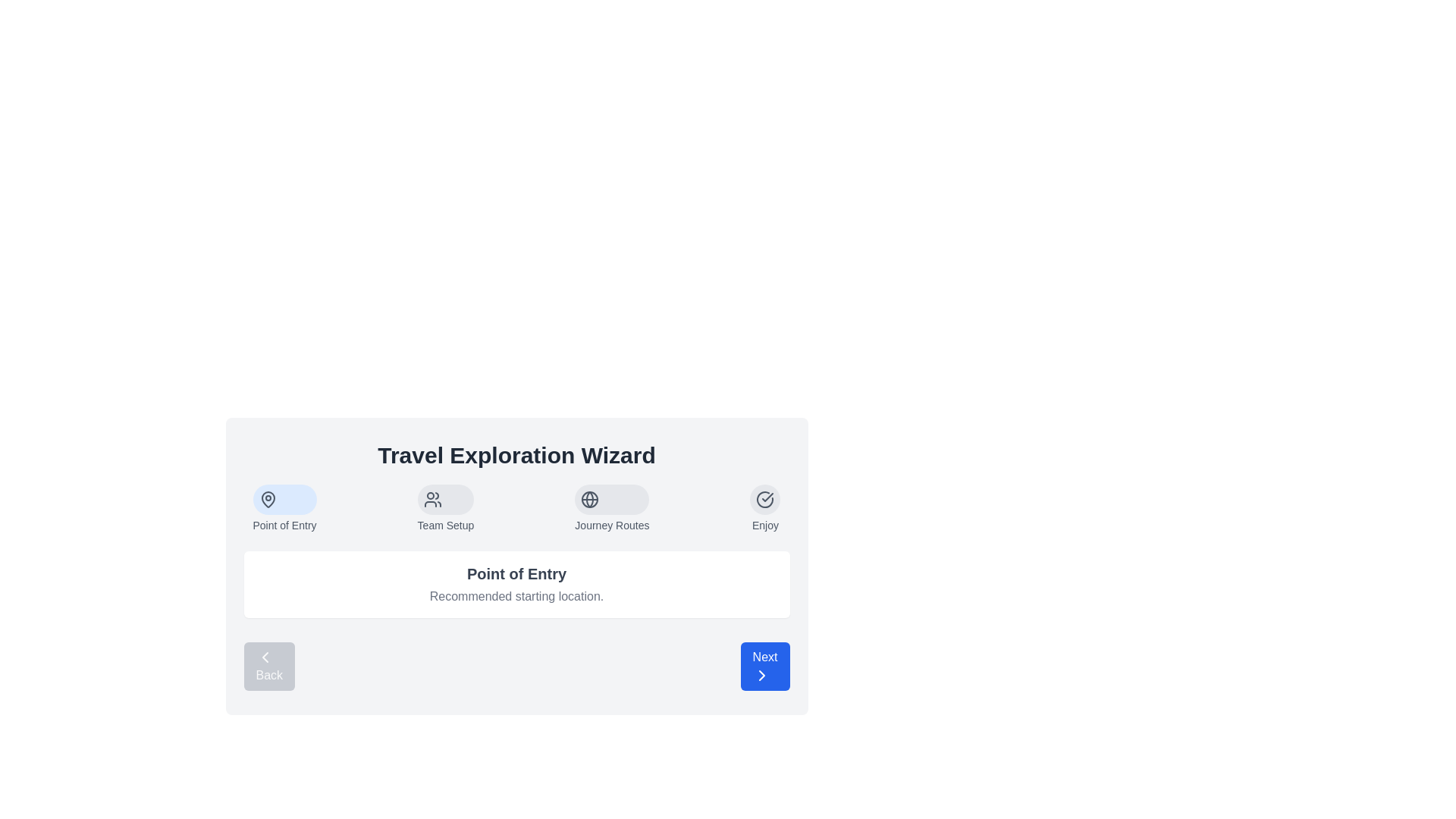  I want to click on the 'Enjoy' step icon in the far-right section of the navigation menu, which is the fourth item after 'Journey Routes', so click(765, 509).